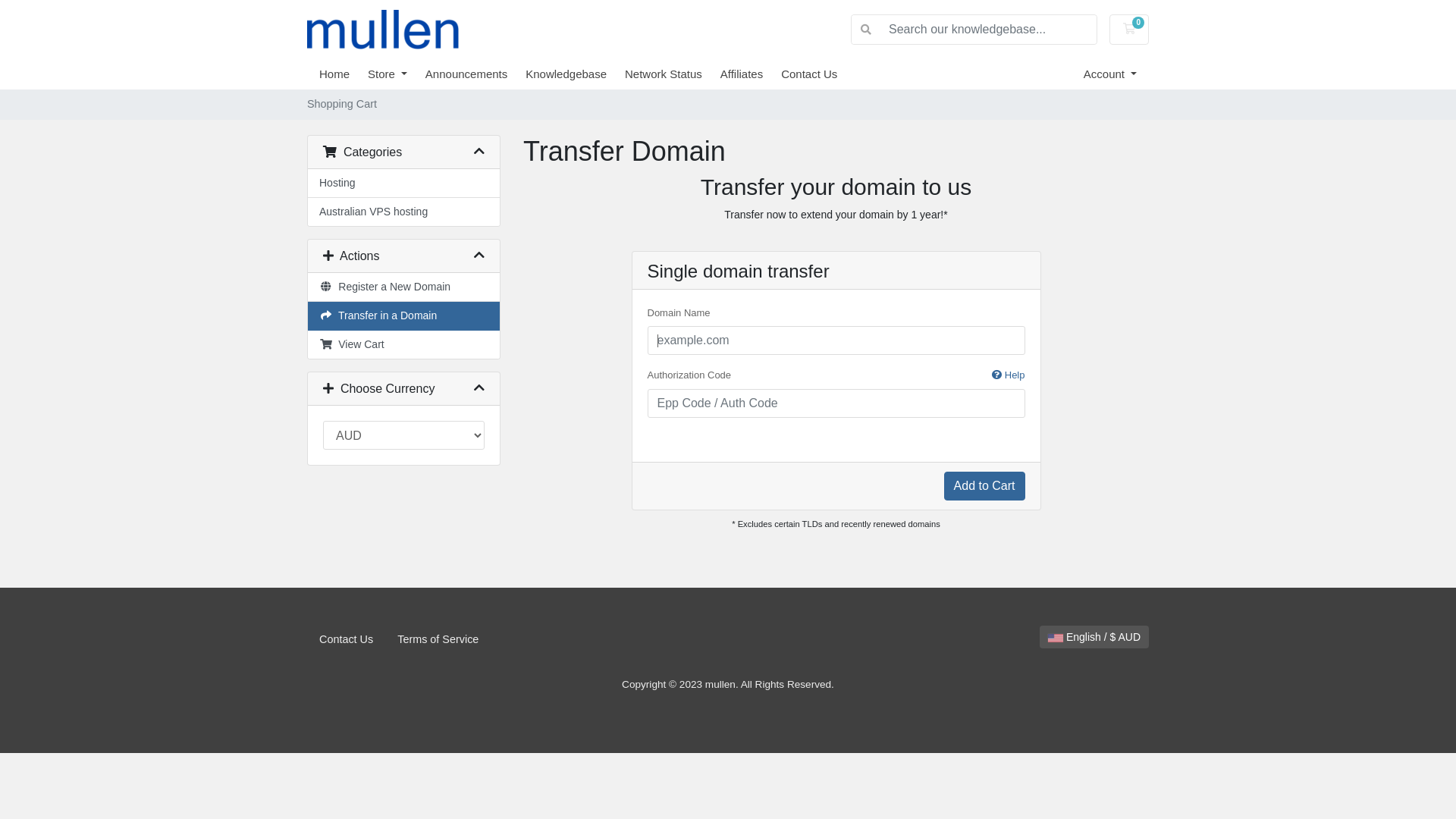 The height and width of the screenshot is (819, 1456). I want to click on 'Knowledgebase', so click(574, 74).